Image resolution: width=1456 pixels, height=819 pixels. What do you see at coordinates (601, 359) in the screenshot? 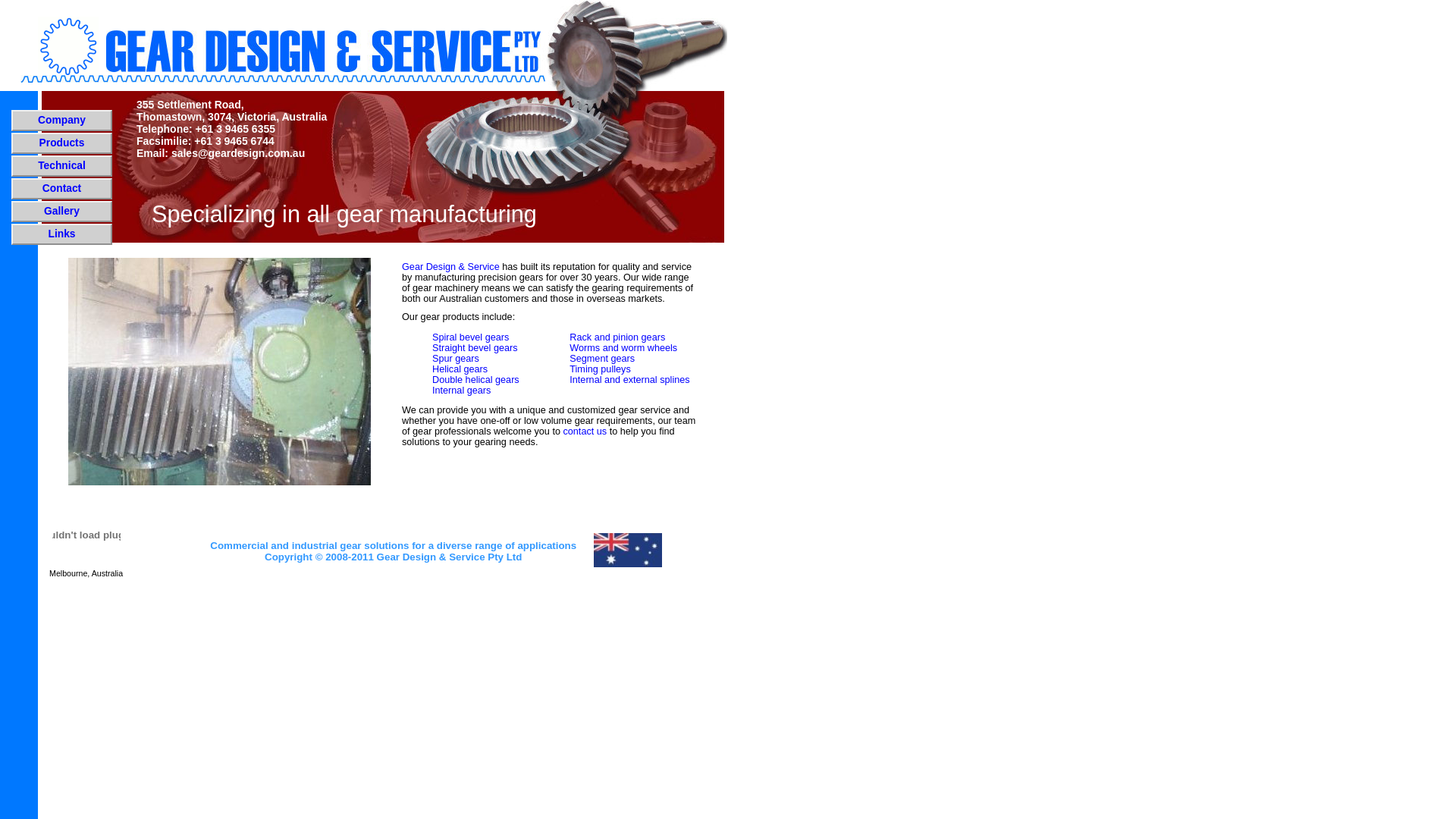
I see `'Segment gears'` at bounding box center [601, 359].